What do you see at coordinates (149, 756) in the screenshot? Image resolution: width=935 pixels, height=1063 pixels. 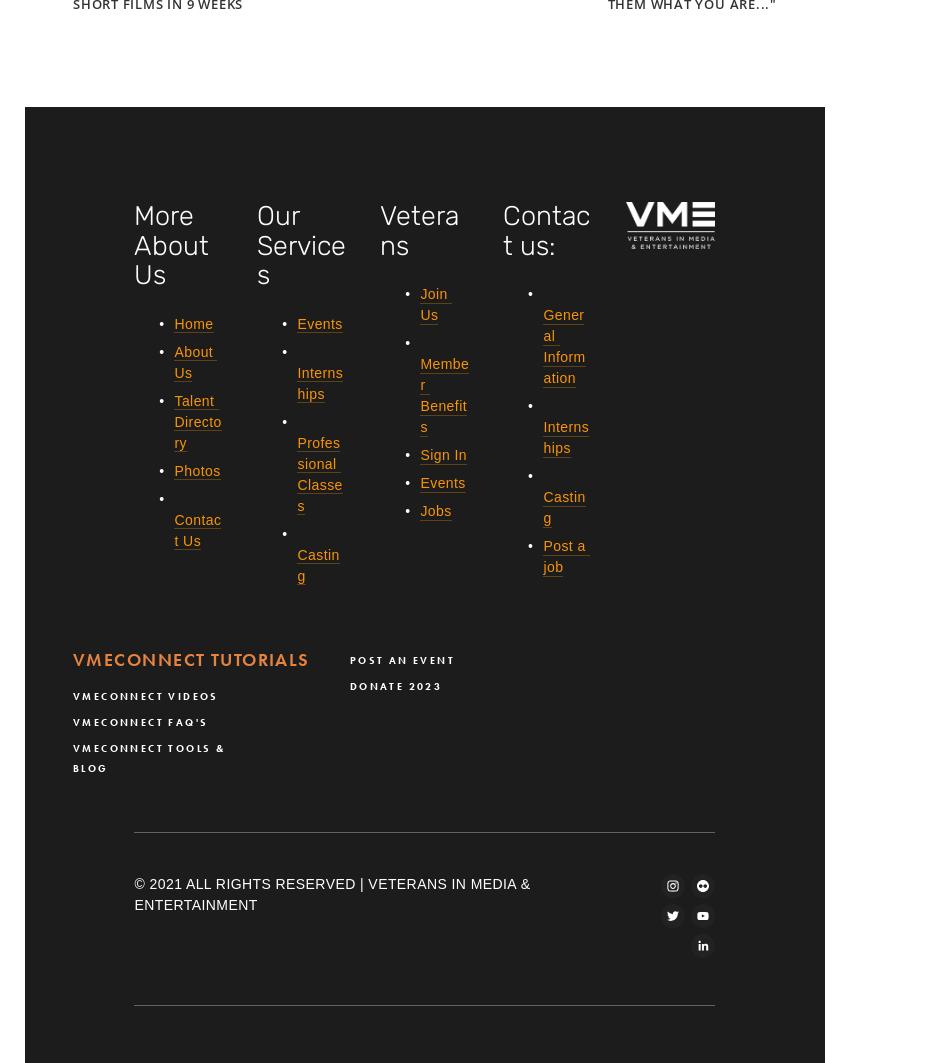 I see `'VMEConnect Tools & Blog'` at bounding box center [149, 756].